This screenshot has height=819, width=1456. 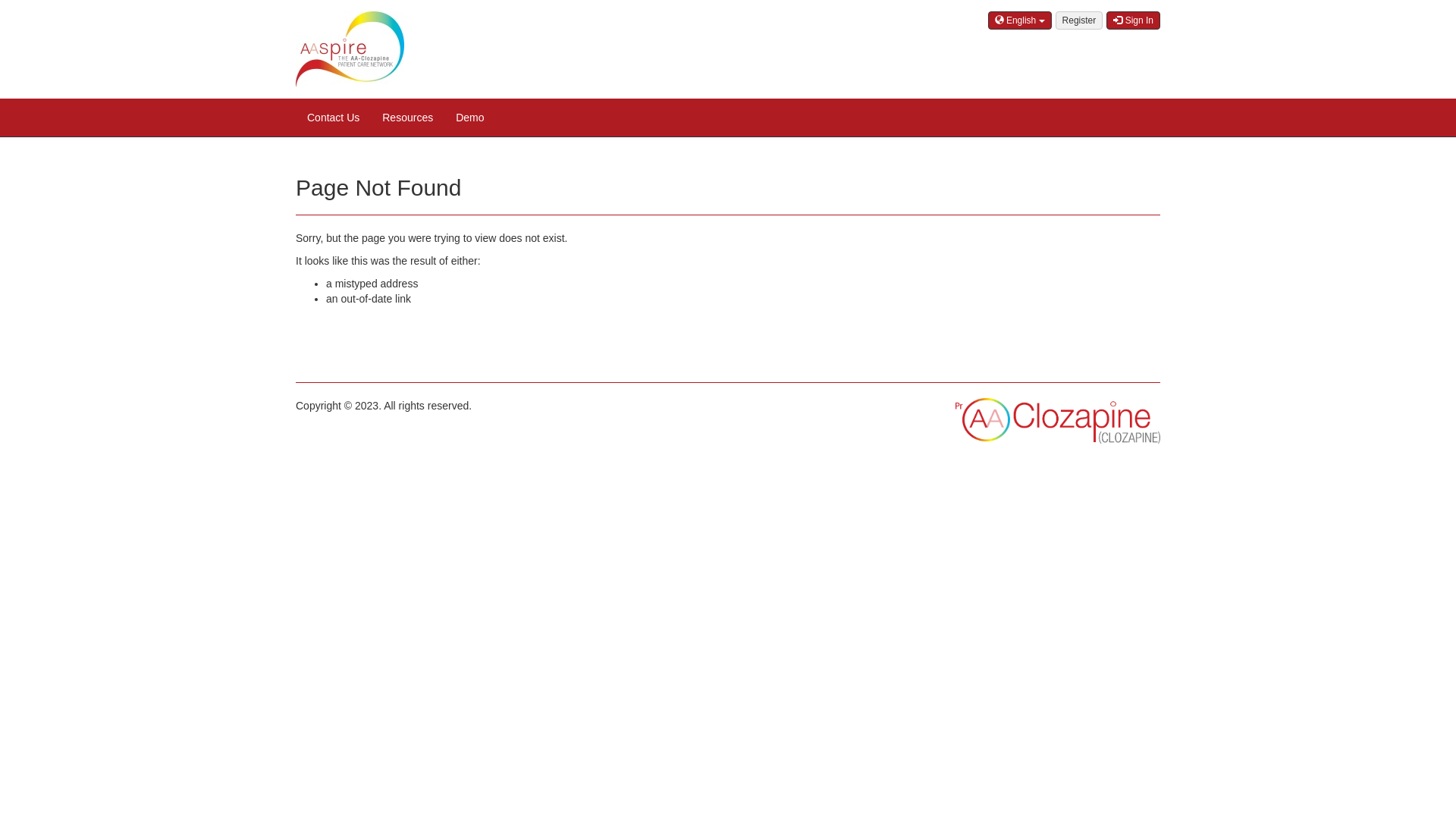 What do you see at coordinates (1133, 20) in the screenshot?
I see `'Sign In'` at bounding box center [1133, 20].